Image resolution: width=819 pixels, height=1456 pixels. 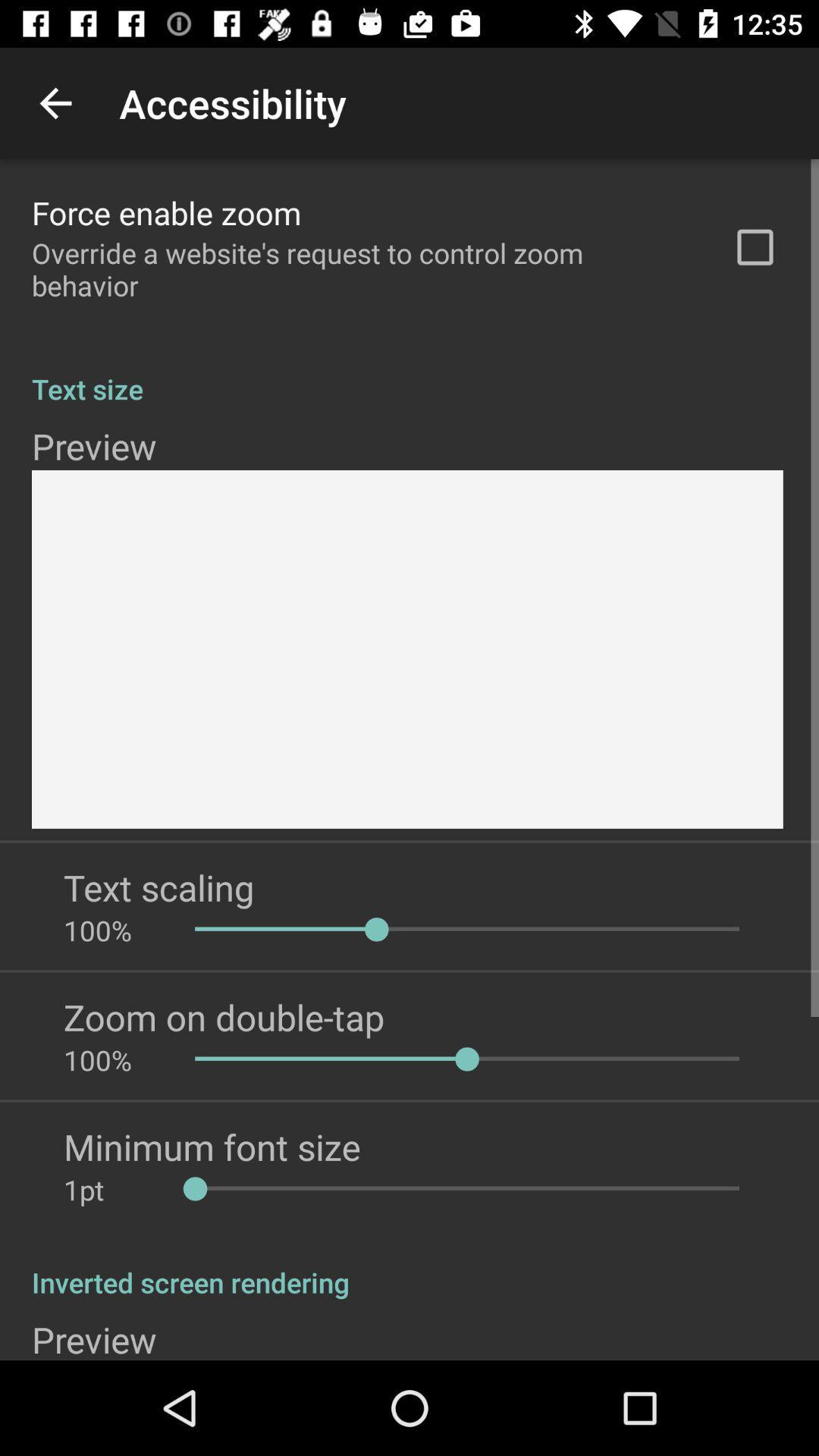 What do you see at coordinates (755, 247) in the screenshot?
I see `icon above the text size app` at bounding box center [755, 247].